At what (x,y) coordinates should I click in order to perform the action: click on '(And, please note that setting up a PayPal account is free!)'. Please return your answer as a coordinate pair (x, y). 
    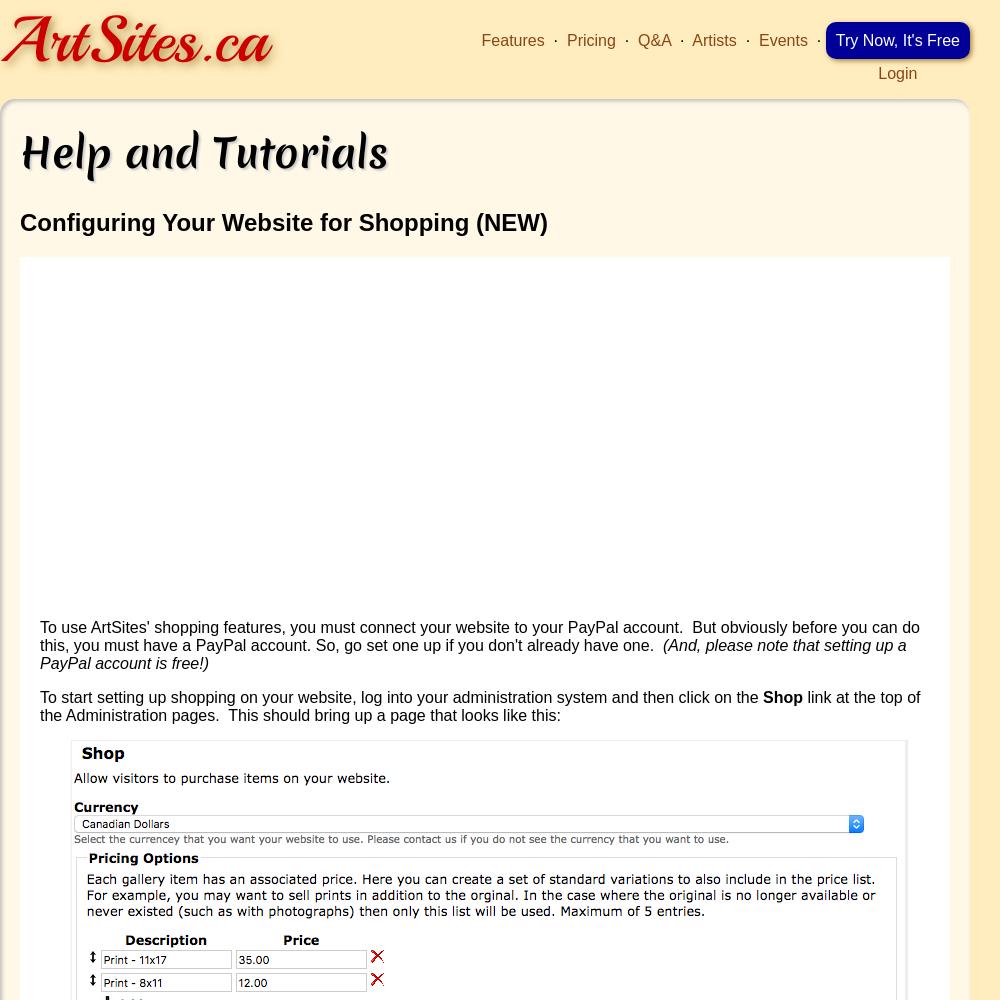
    Looking at the image, I should click on (472, 653).